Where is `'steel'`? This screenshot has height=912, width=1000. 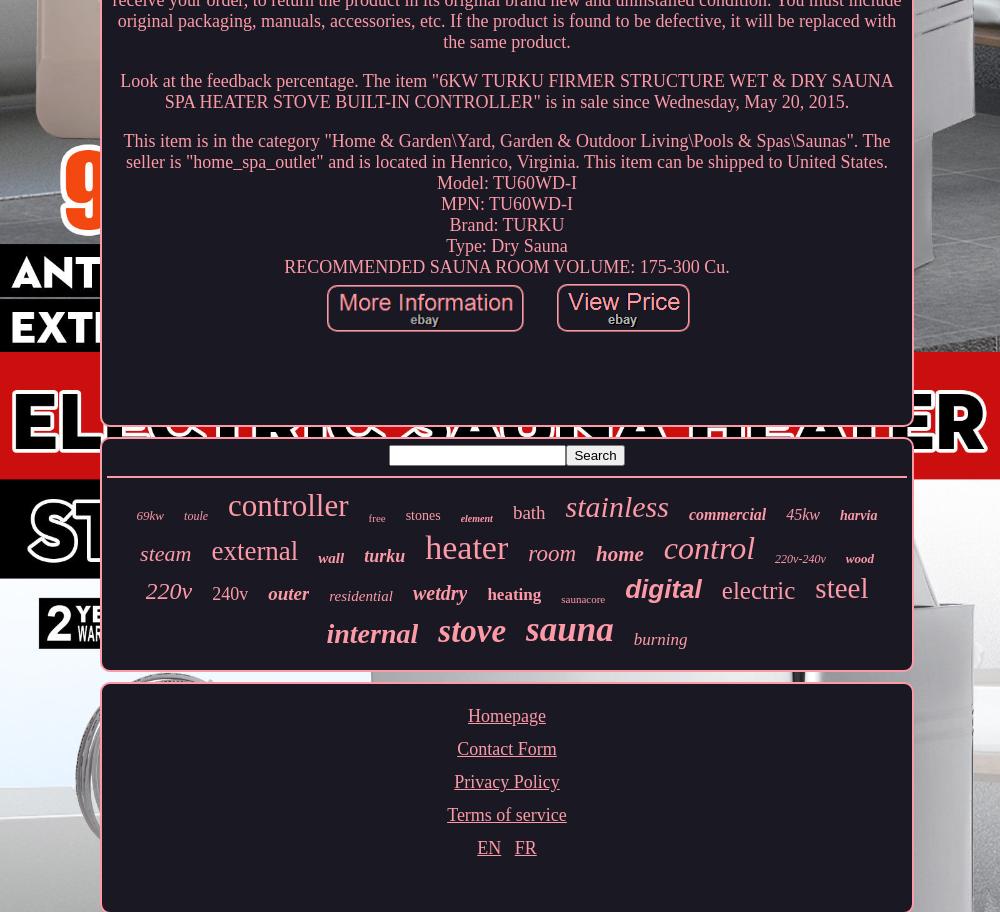
'steel' is located at coordinates (840, 585).